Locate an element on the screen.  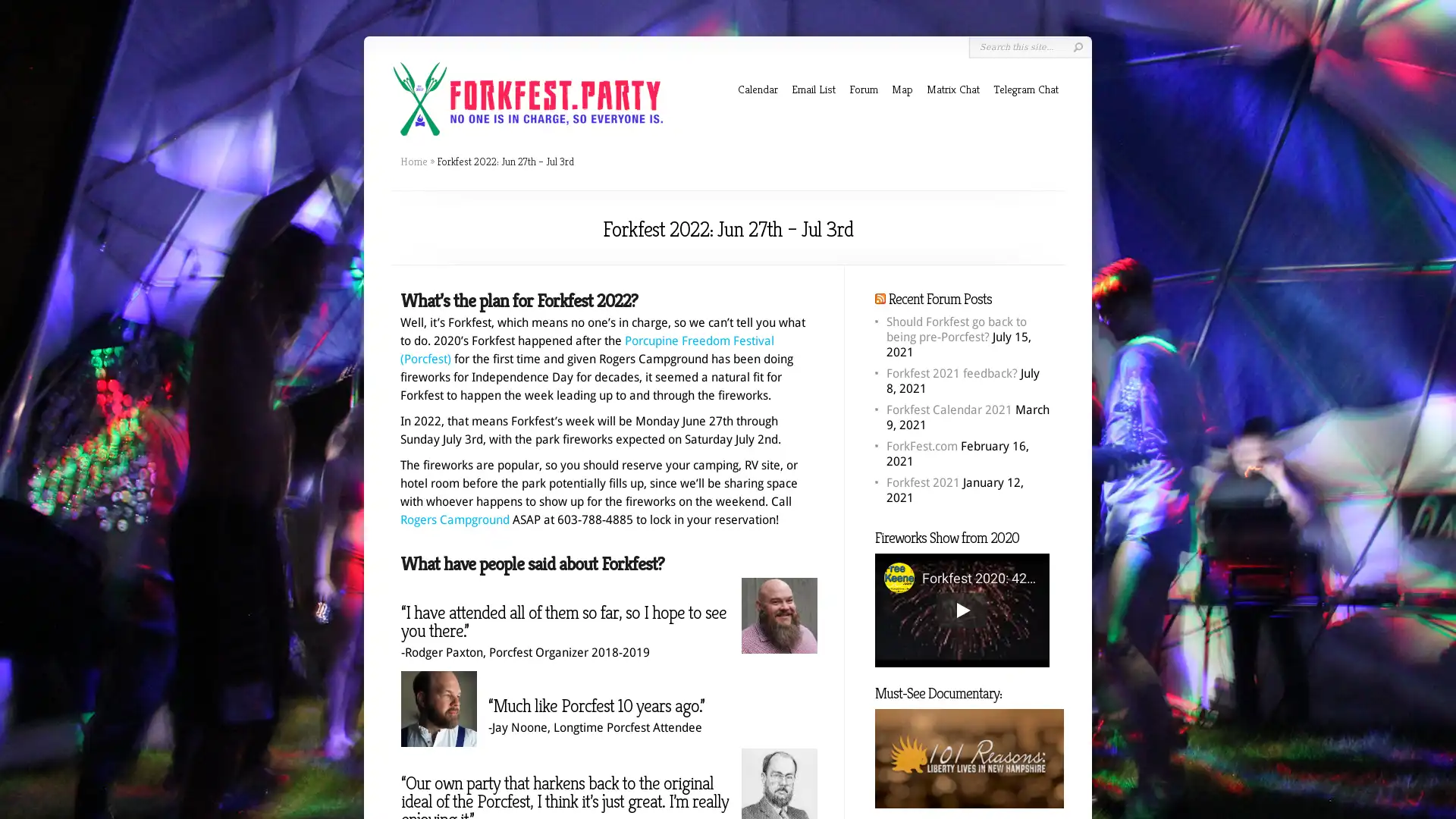
Submit is located at coordinates (1077, 46).